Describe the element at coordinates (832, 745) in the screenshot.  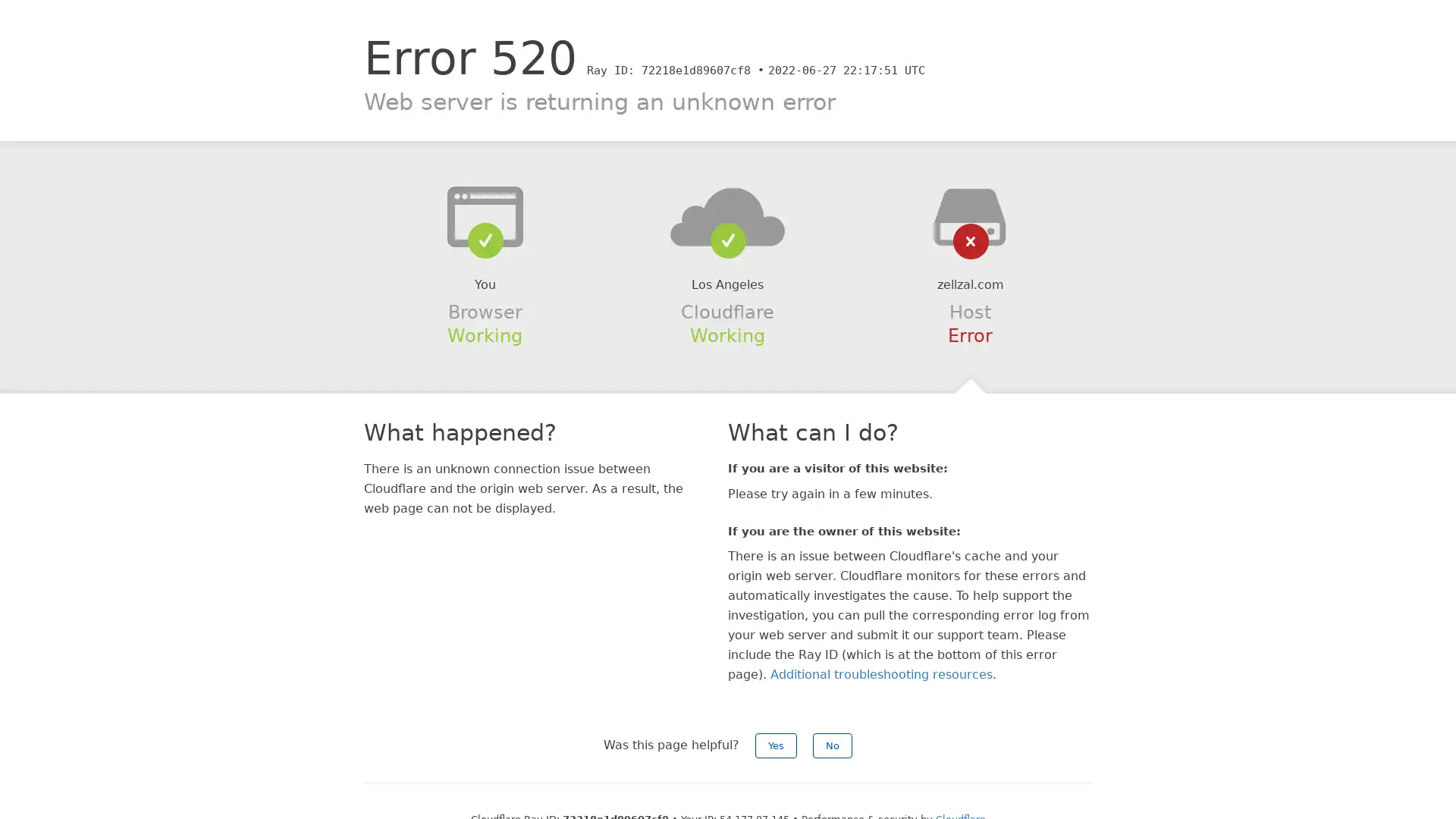
I see `No` at that location.